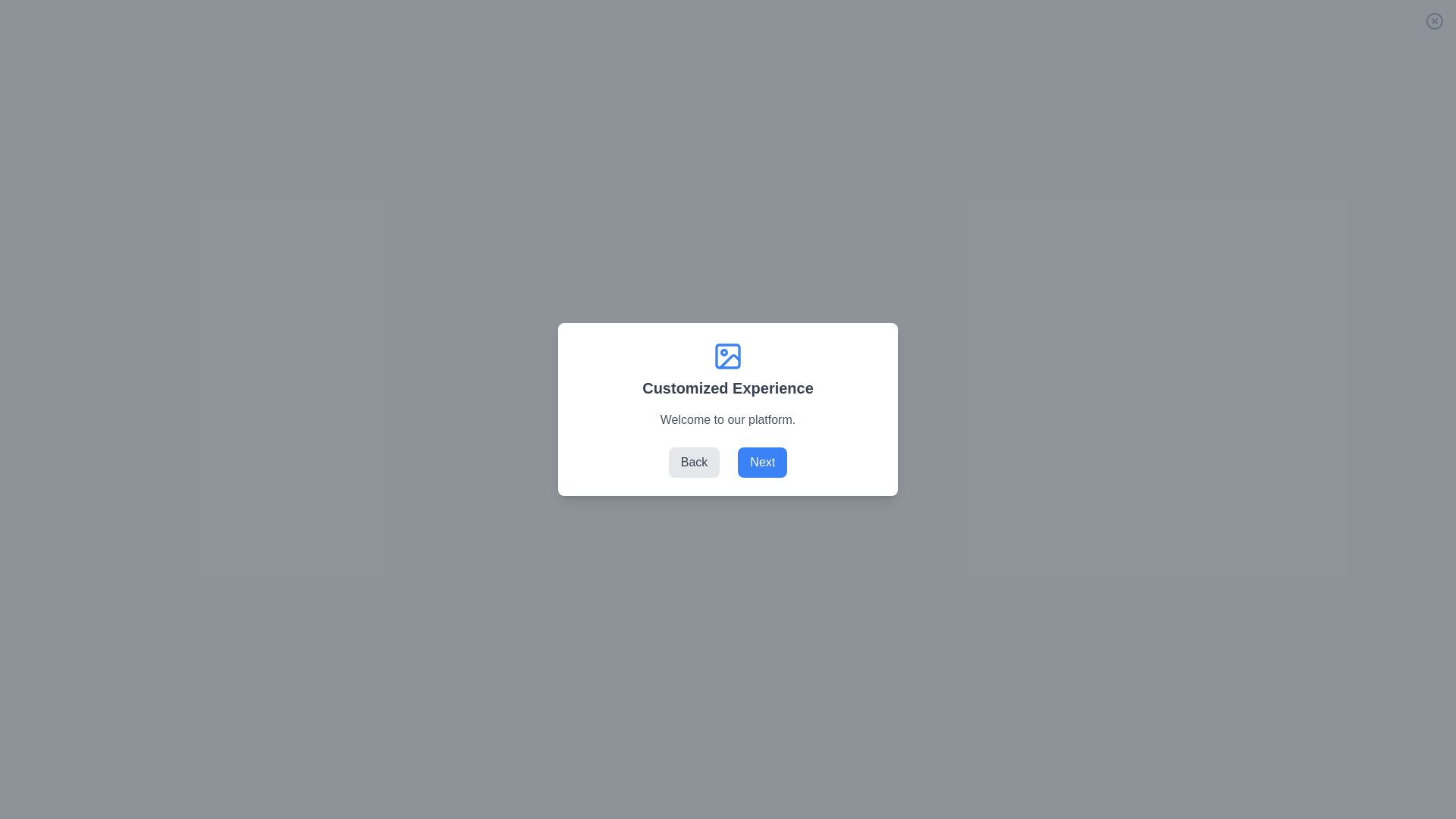 This screenshot has width=1456, height=819. Describe the element at coordinates (762, 461) in the screenshot. I see `the 'Next' button to navigate to the next informational message` at that location.